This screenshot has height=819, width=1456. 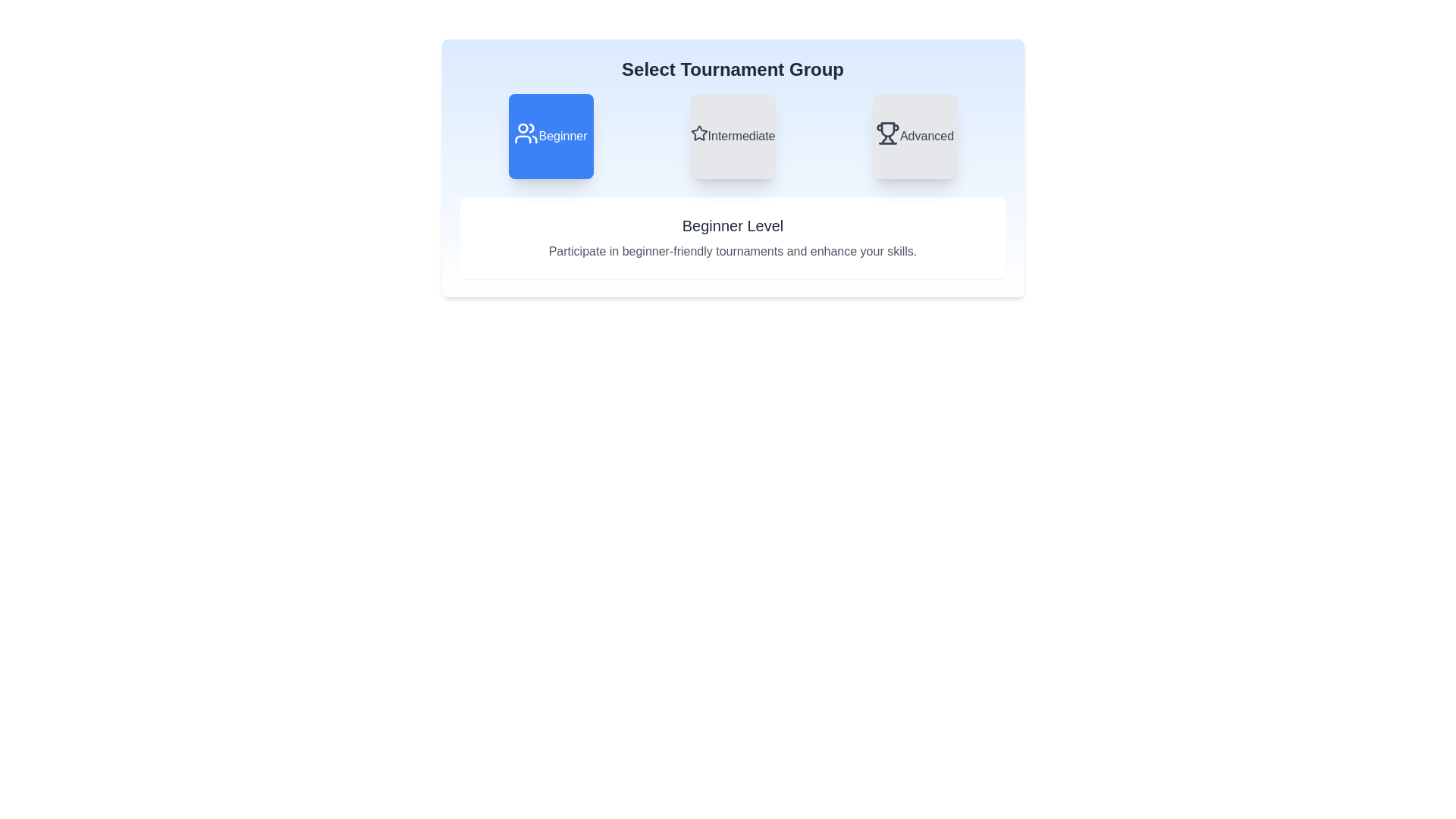 I want to click on the selectable button options in the 'Select Tournament Group' section, so click(x=733, y=136).